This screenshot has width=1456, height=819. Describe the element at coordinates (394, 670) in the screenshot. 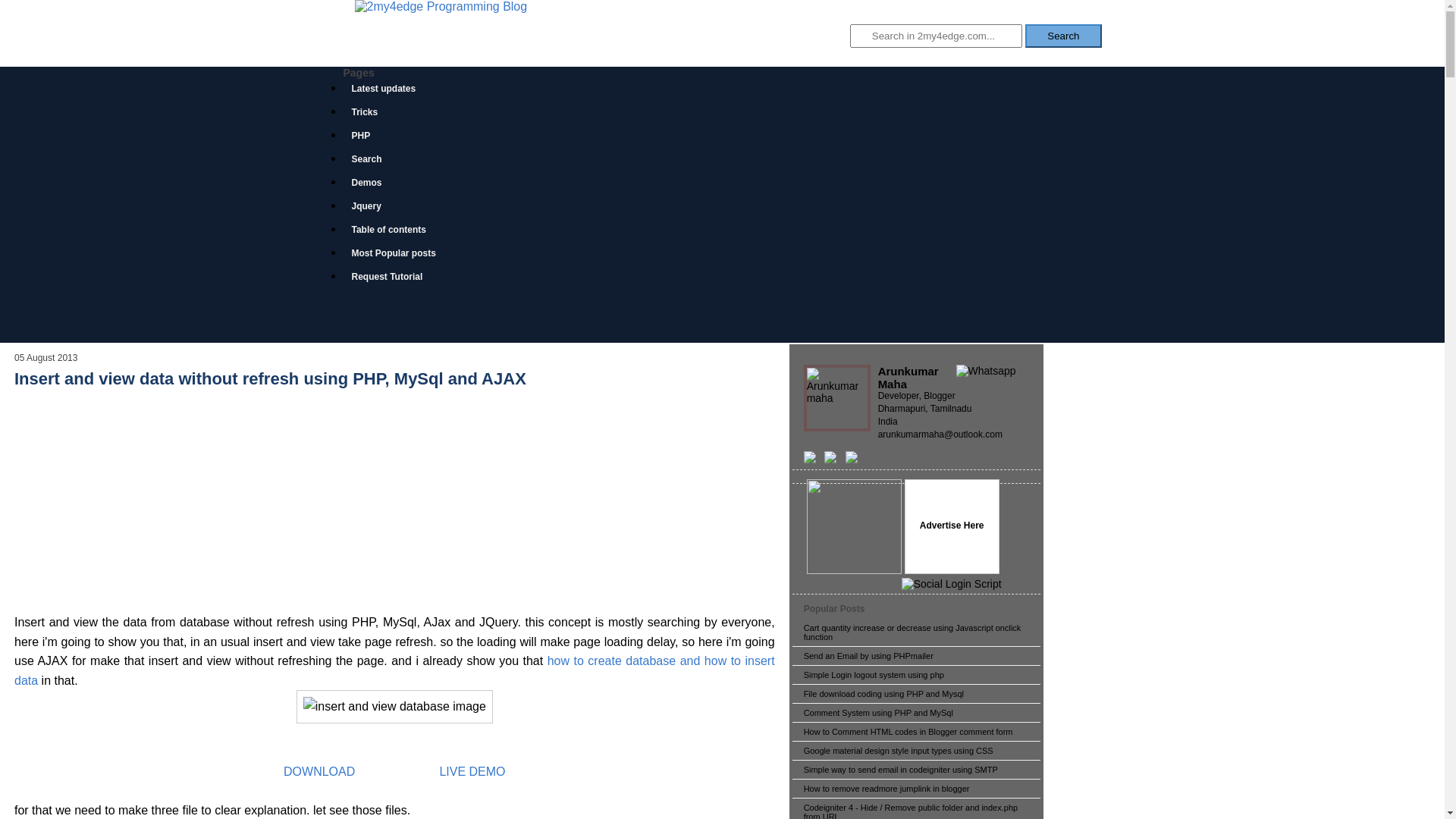

I see `'how to create database and how to insert data'` at that location.